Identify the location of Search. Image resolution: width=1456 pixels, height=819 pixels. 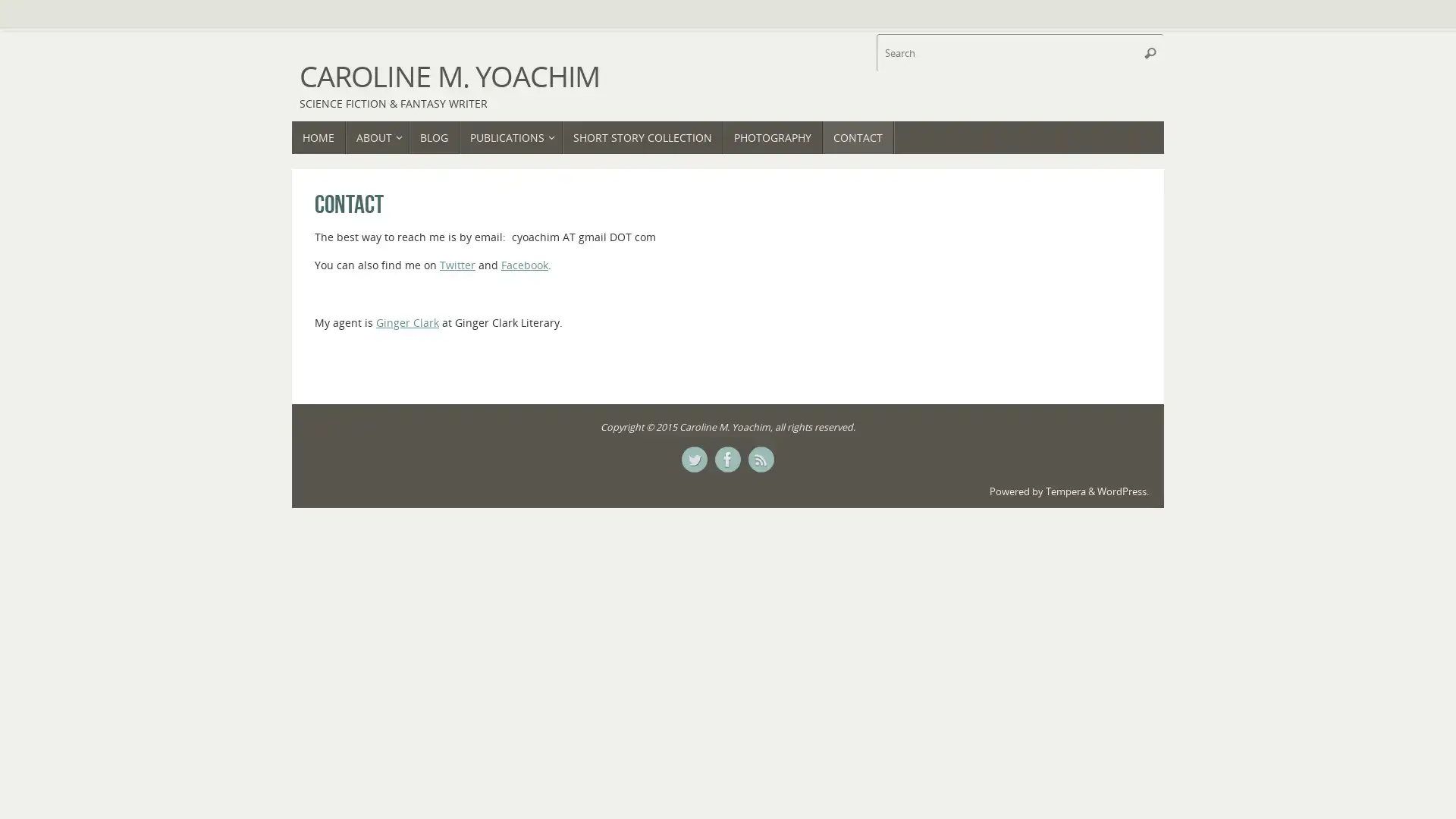
(1150, 52).